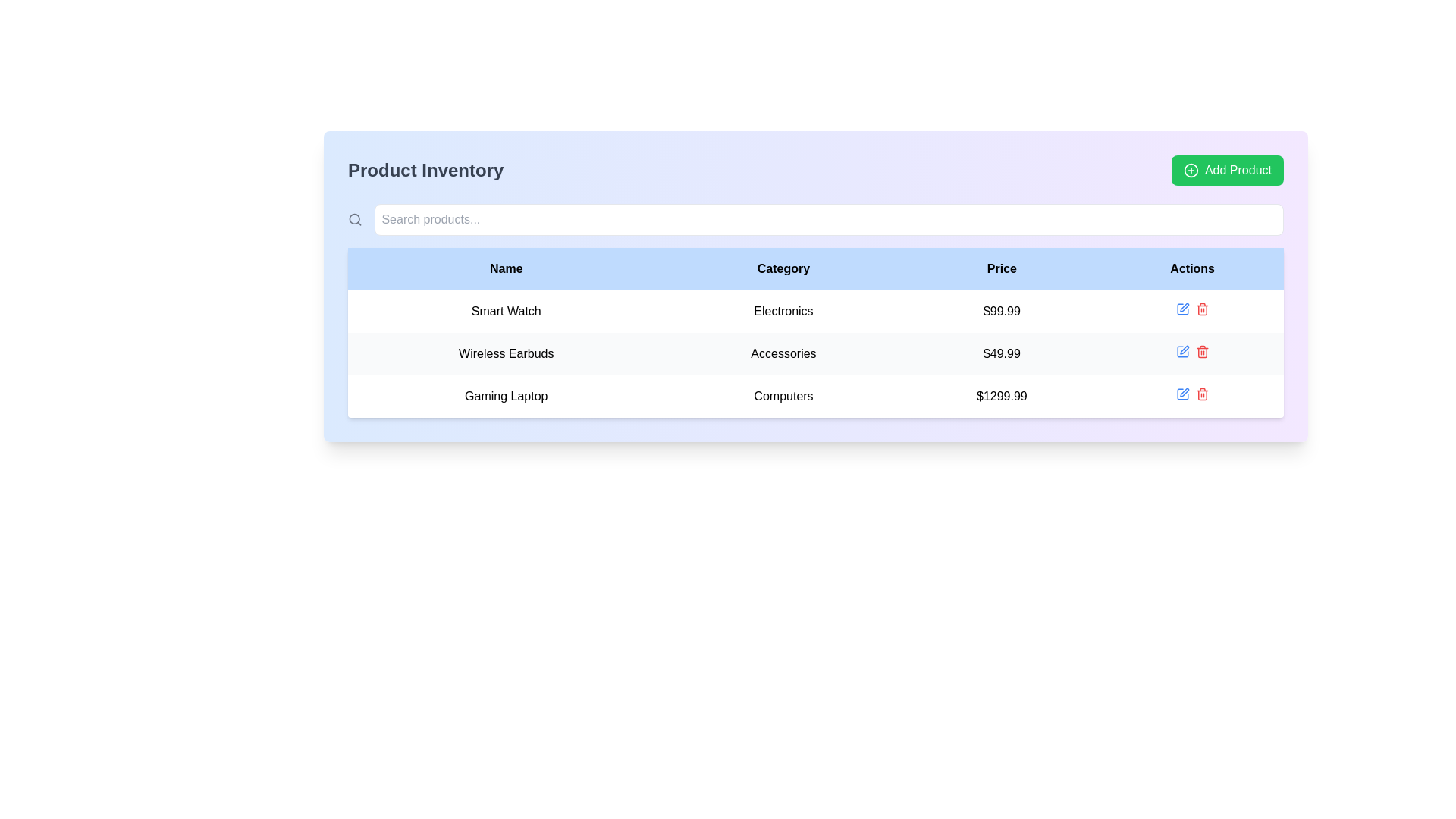 The height and width of the screenshot is (819, 1456). What do you see at coordinates (783, 353) in the screenshot?
I see `text element that categorizes 'Wireless Earbuds' under 'Accessories' in the second row of the table` at bounding box center [783, 353].